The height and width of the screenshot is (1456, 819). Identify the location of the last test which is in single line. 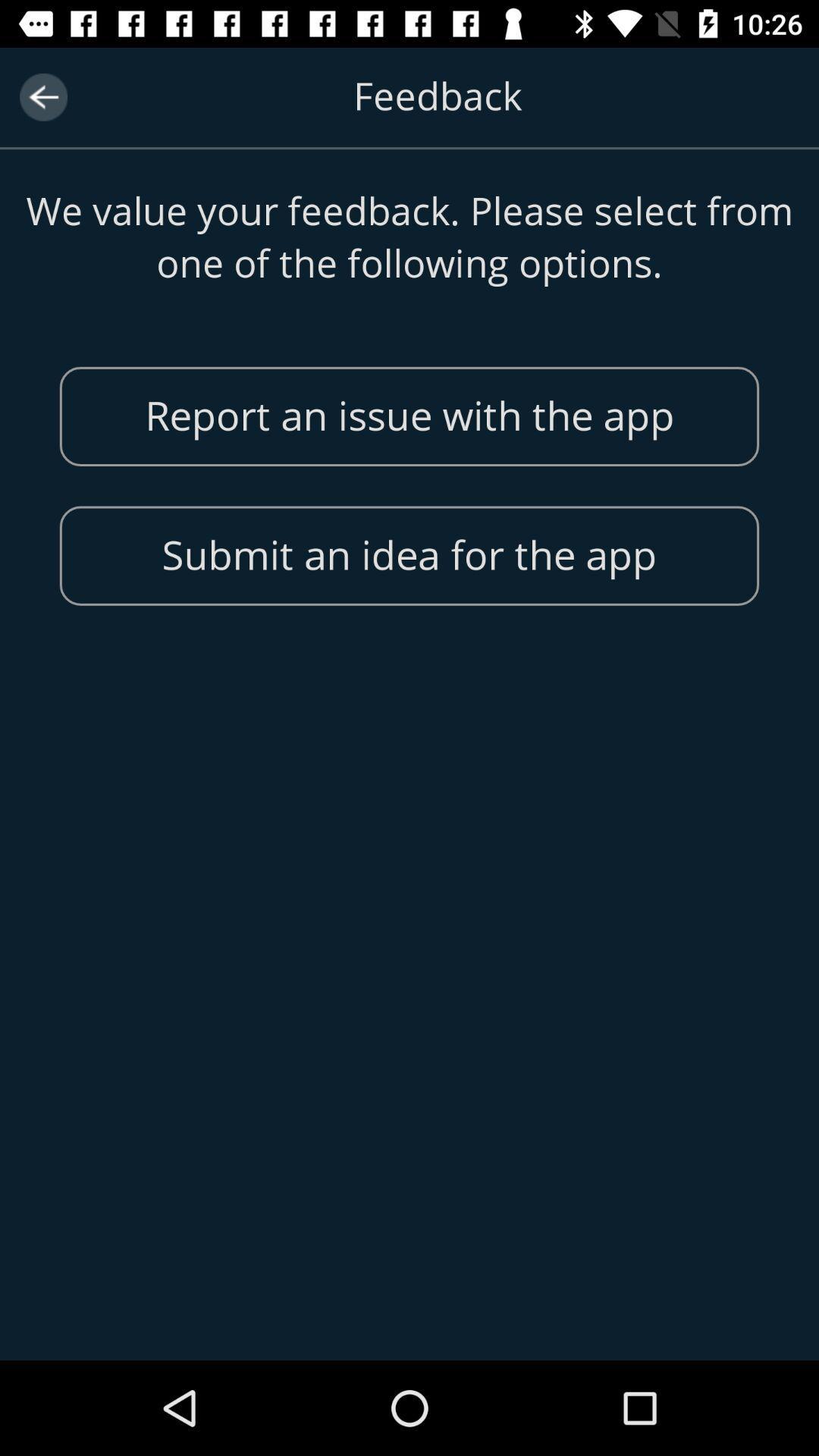
(409, 555).